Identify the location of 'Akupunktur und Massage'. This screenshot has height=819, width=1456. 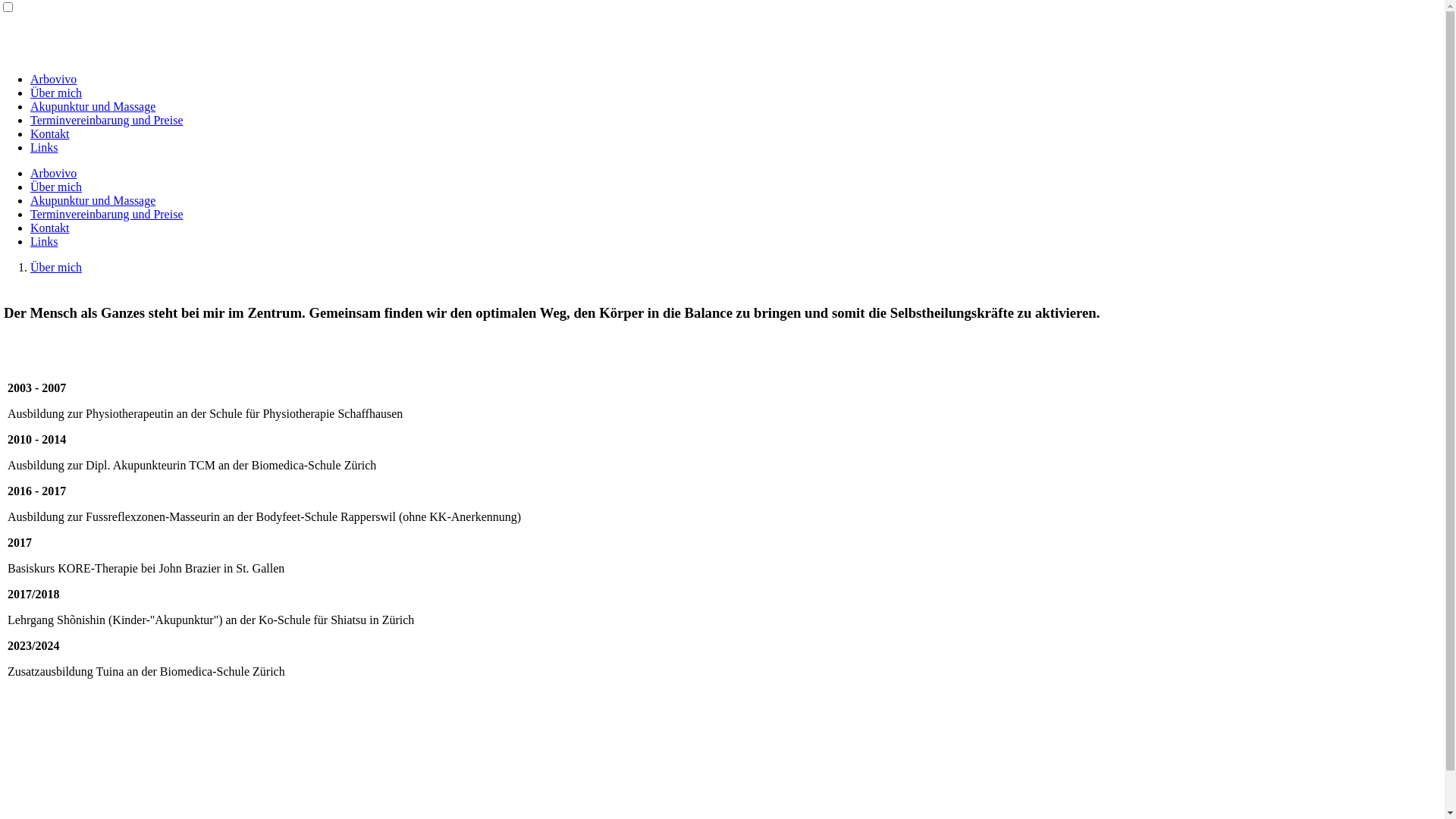
(92, 105).